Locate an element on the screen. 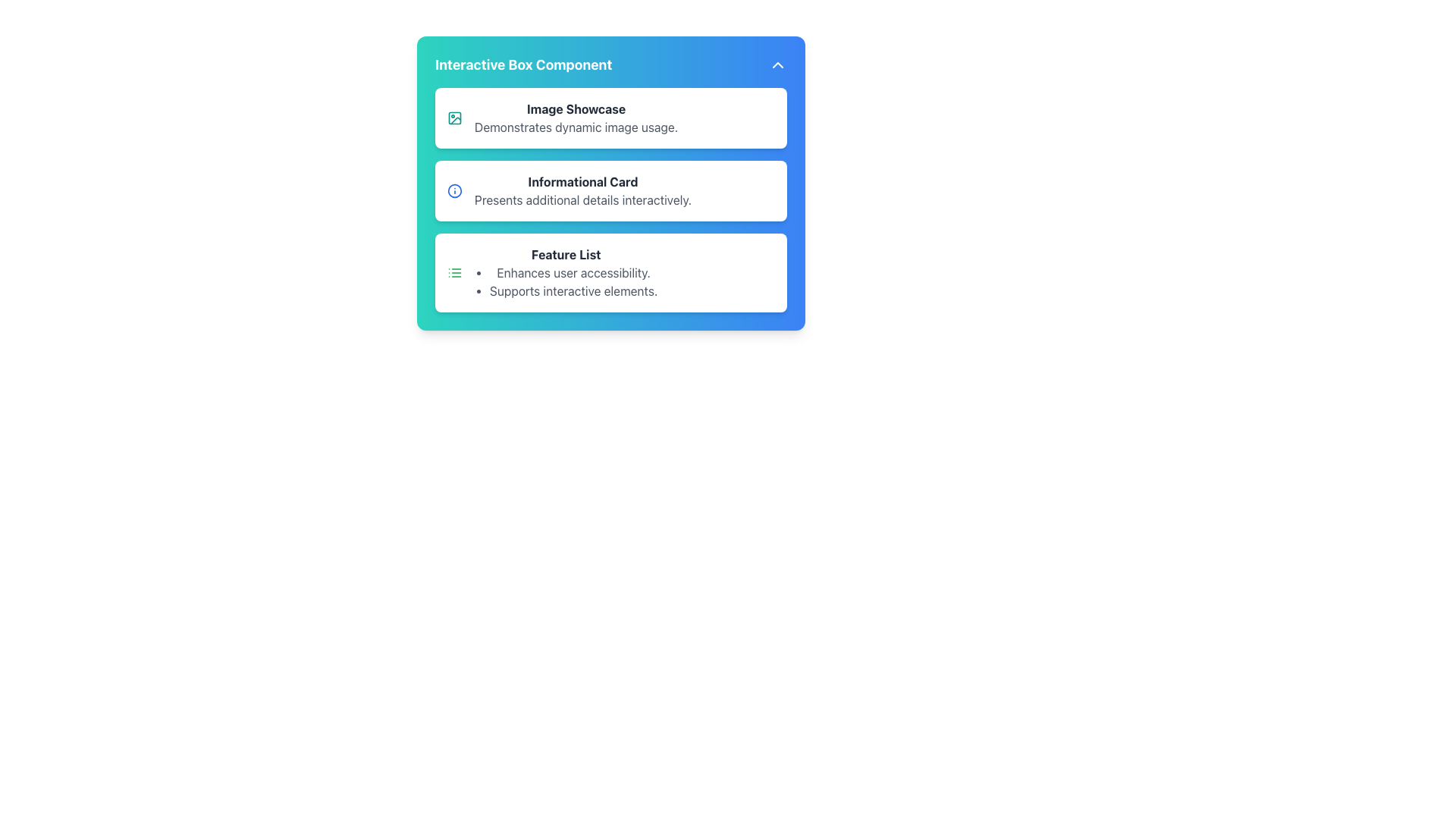  information presented in the Text Block titled 'Feature List' which contains bullet points about user accessibility and interactive elements is located at coordinates (565, 271).